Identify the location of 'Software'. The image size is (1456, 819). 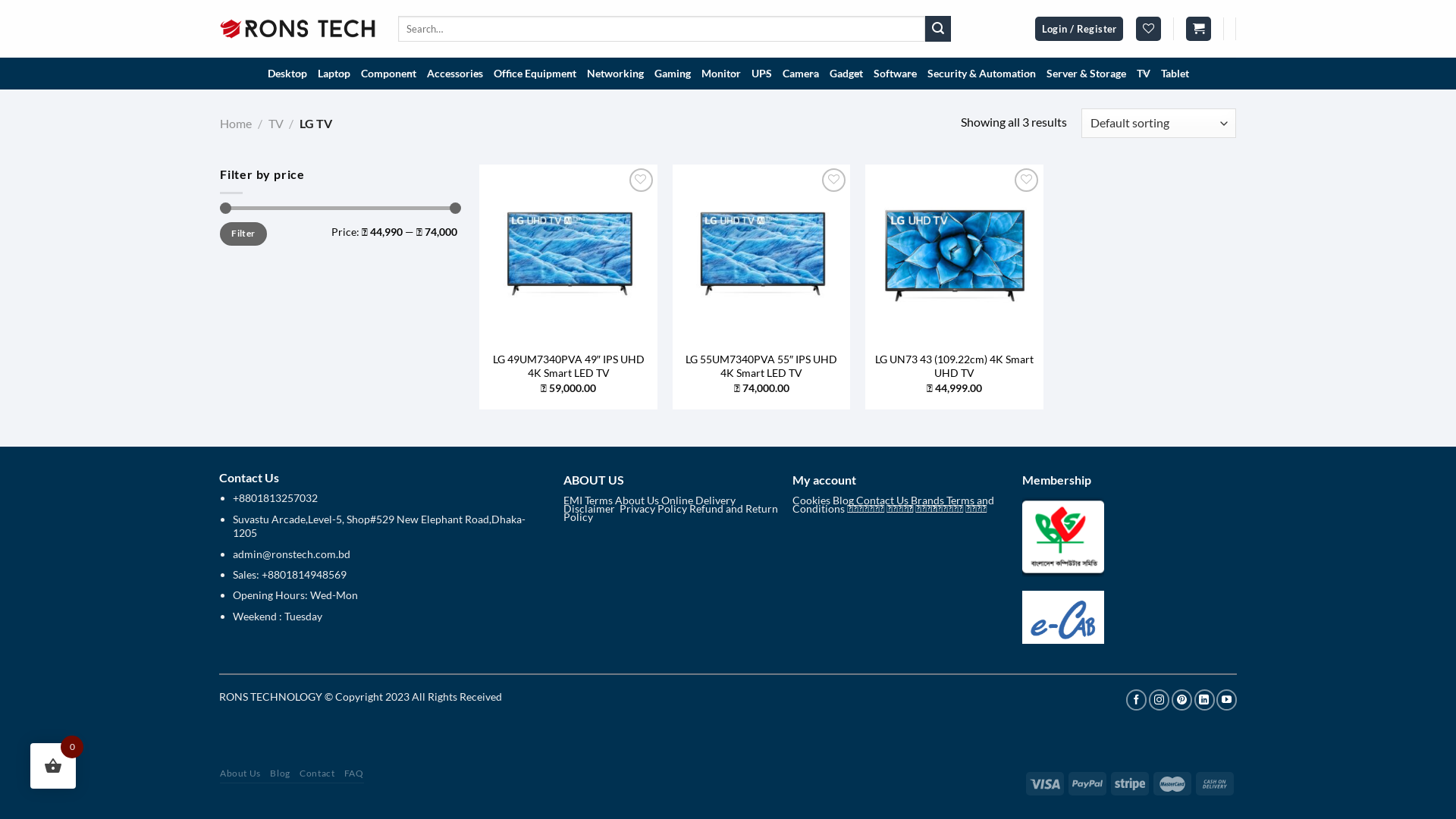
(867, 73).